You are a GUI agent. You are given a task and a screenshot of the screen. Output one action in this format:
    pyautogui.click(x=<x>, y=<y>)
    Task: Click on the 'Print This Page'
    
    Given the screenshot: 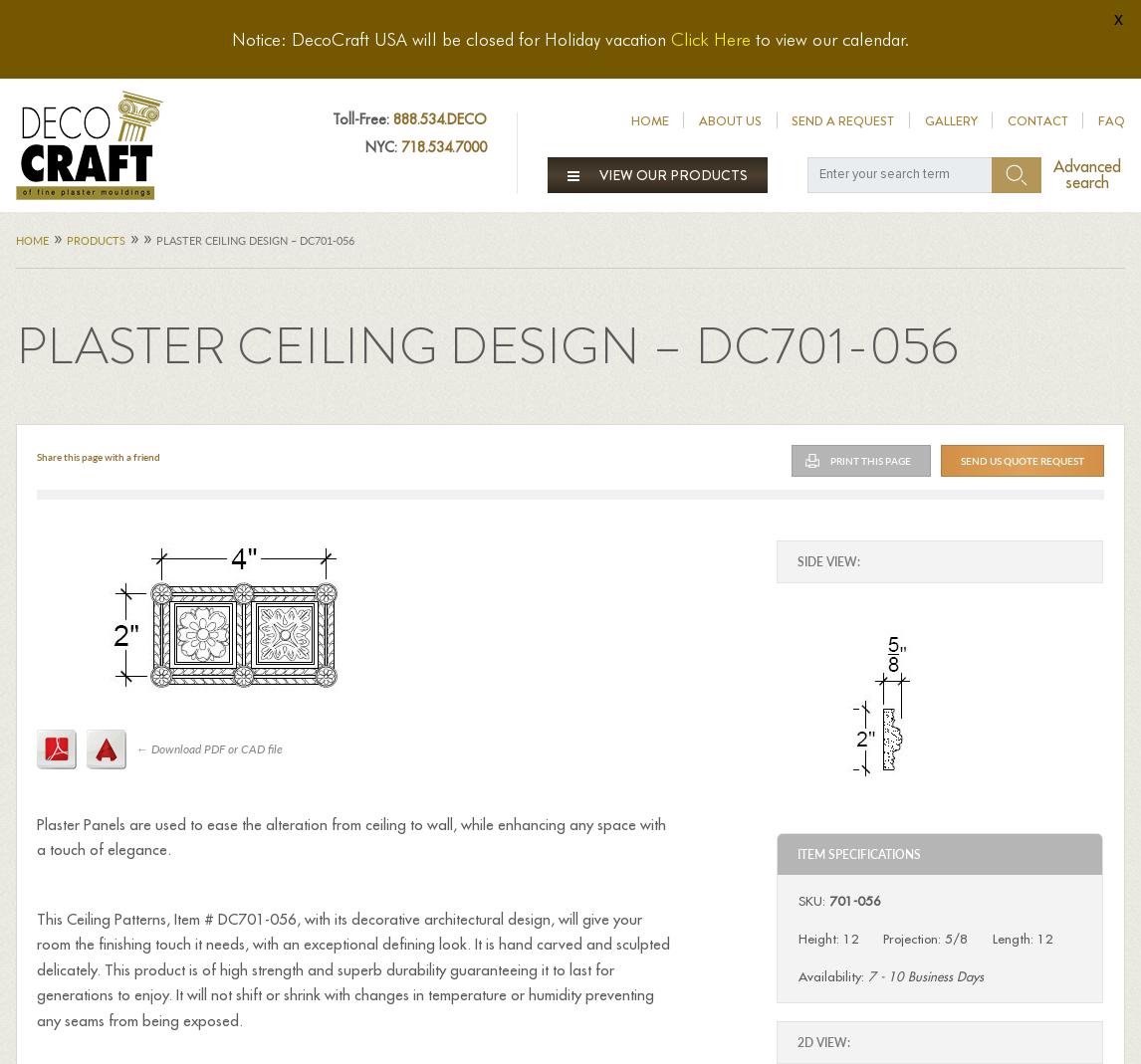 What is the action you would take?
    pyautogui.click(x=869, y=459)
    